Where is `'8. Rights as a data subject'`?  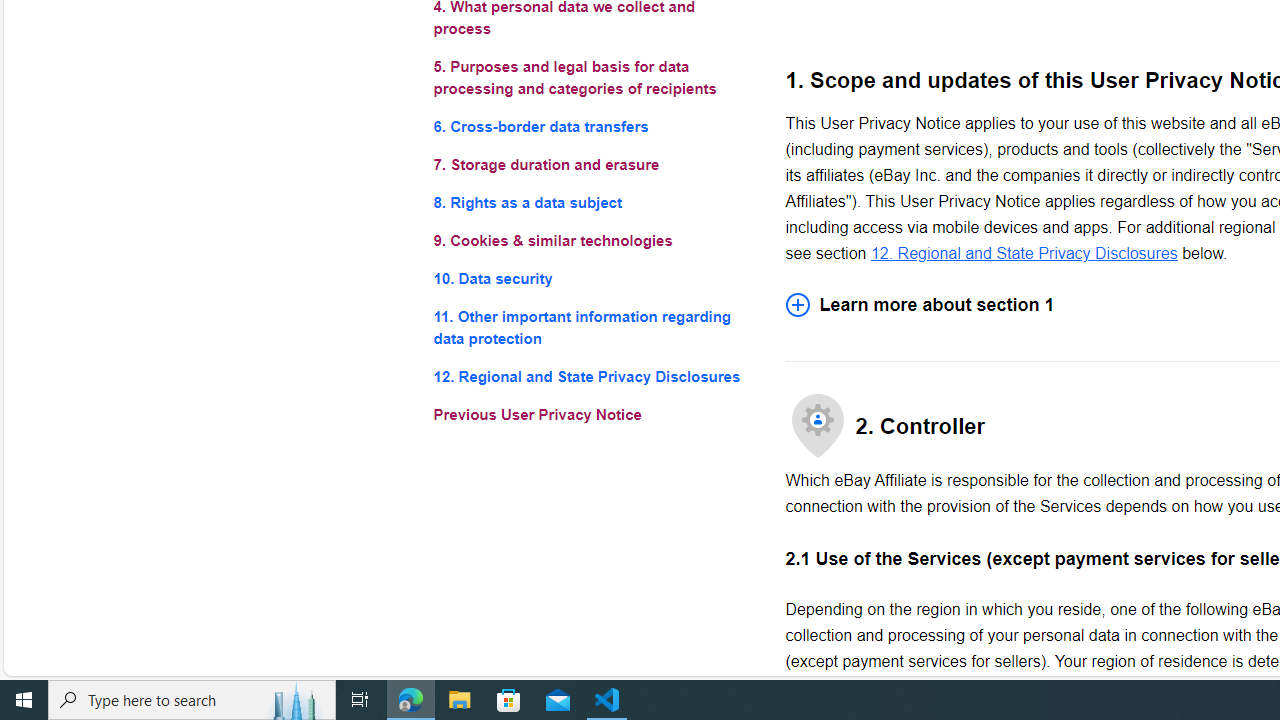 '8. Rights as a data subject' is located at coordinates (592, 203).